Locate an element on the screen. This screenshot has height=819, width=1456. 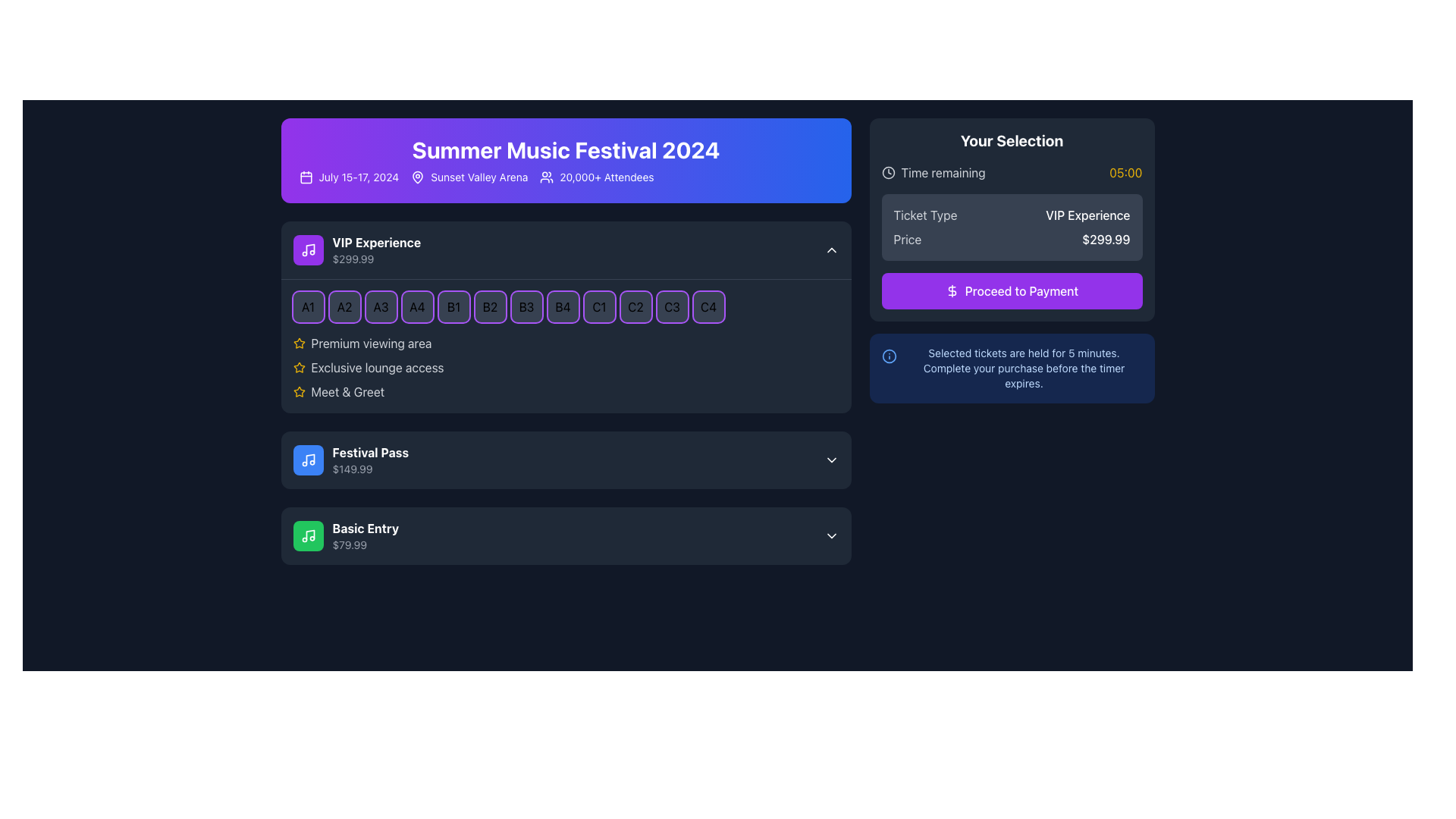
the Text Label displaying the name of the selected ticket type, located in the 'Your Selection' section, adjacent to the 'Ticket Type' label is located at coordinates (1087, 215).